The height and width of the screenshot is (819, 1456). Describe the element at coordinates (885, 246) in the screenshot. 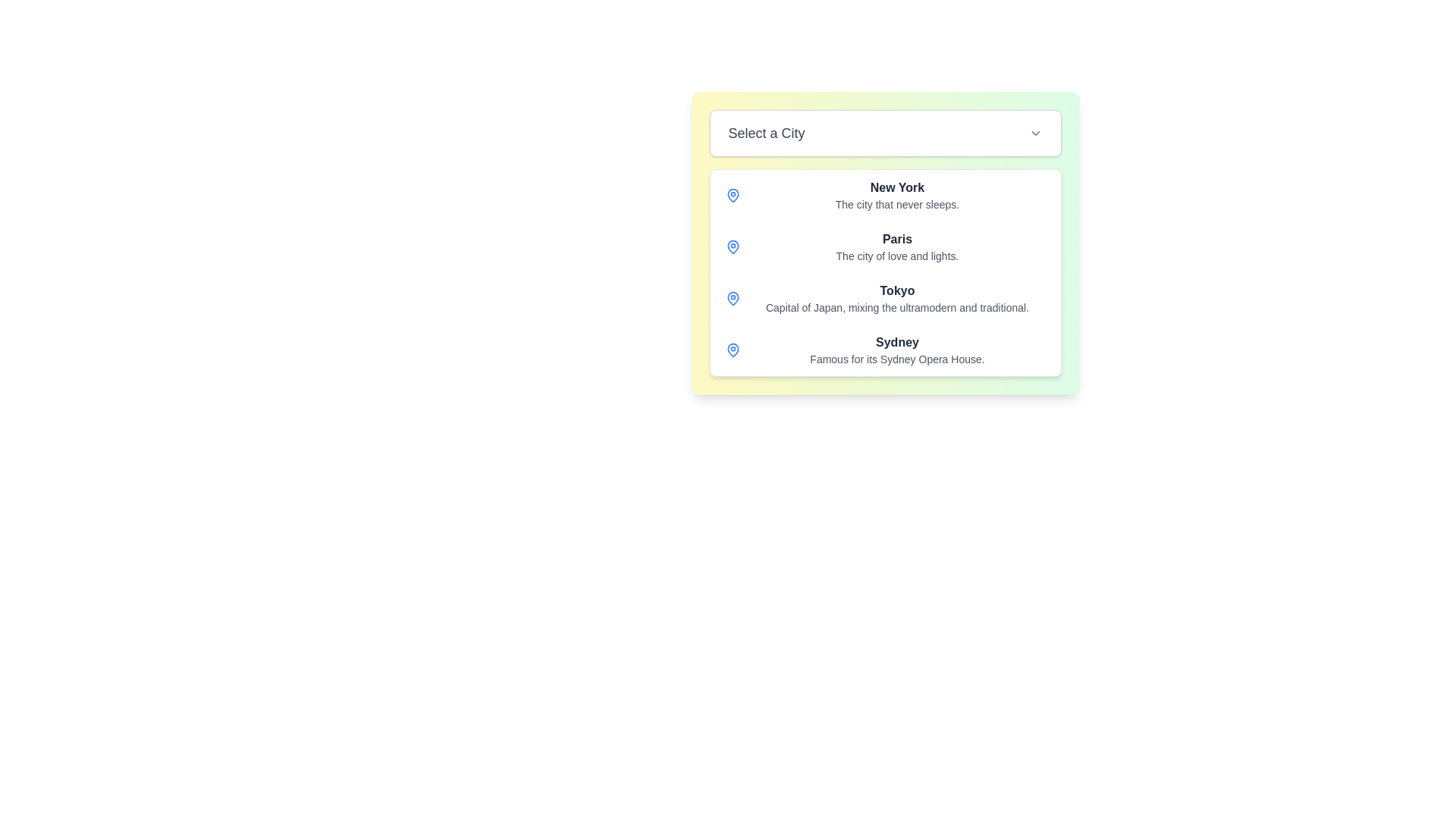

I see `the second item in the vertical list, which features a blue map marker icon and the text 'Paris' with a subtitle 'The city of love and lights.'` at that location.